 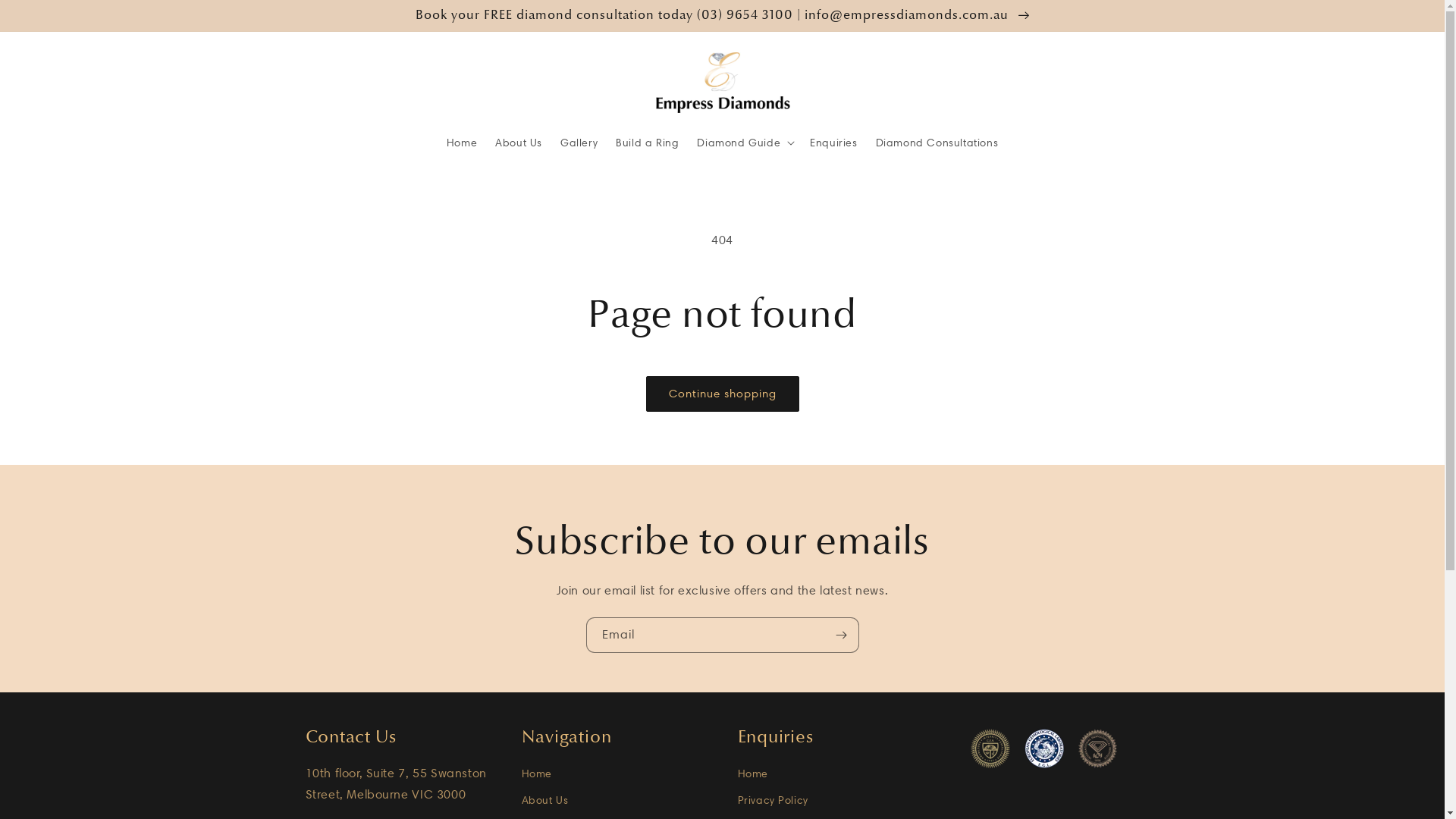 What do you see at coordinates (937, 143) in the screenshot?
I see `'Diamond Consultations'` at bounding box center [937, 143].